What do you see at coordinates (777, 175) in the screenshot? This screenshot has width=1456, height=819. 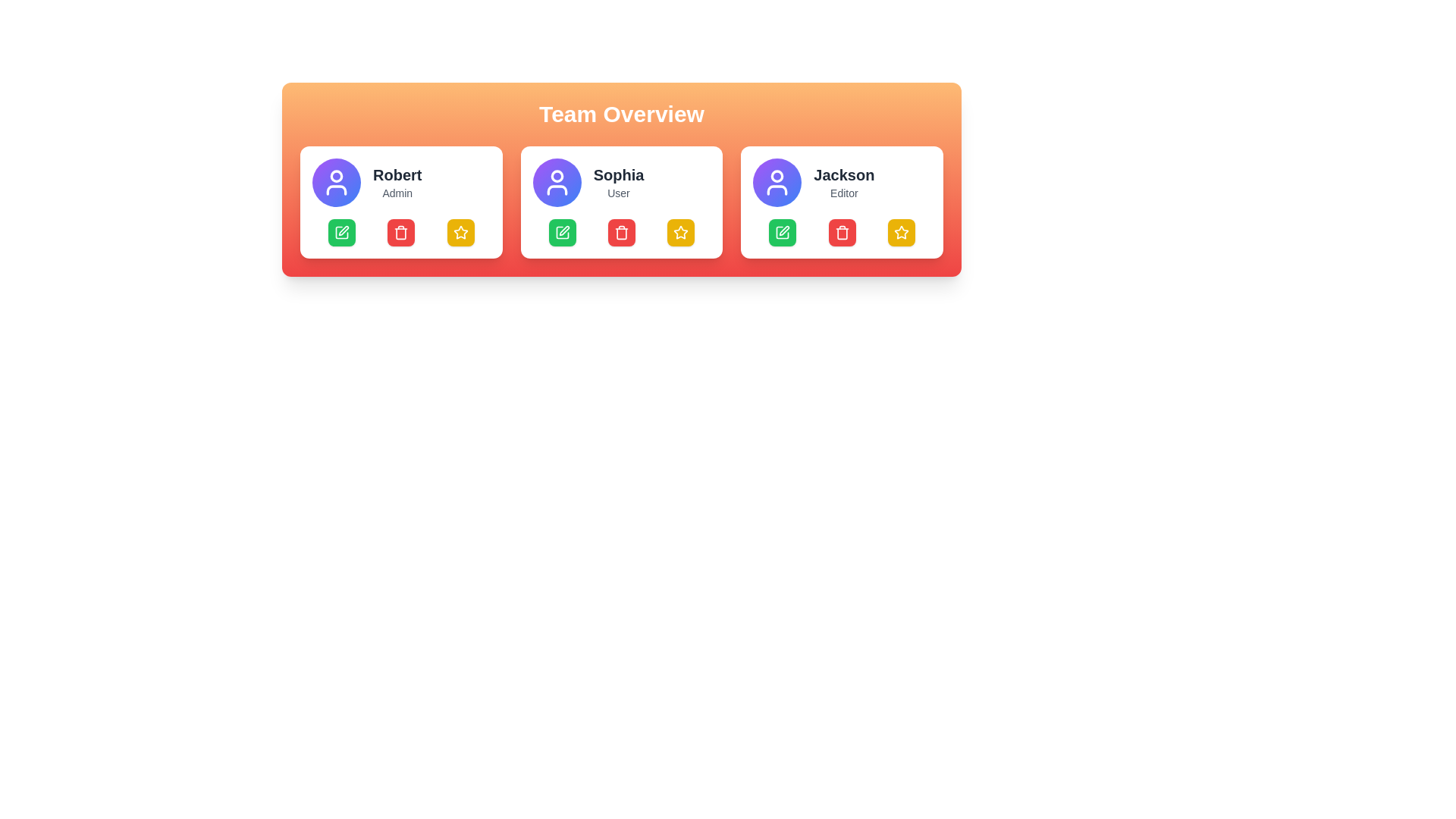 I see `the decorative SVG circle graphical element that is part of the user profile icon in the card containing the name 'Jackson' and the role 'Editor'` at bounding box center [777, 175].